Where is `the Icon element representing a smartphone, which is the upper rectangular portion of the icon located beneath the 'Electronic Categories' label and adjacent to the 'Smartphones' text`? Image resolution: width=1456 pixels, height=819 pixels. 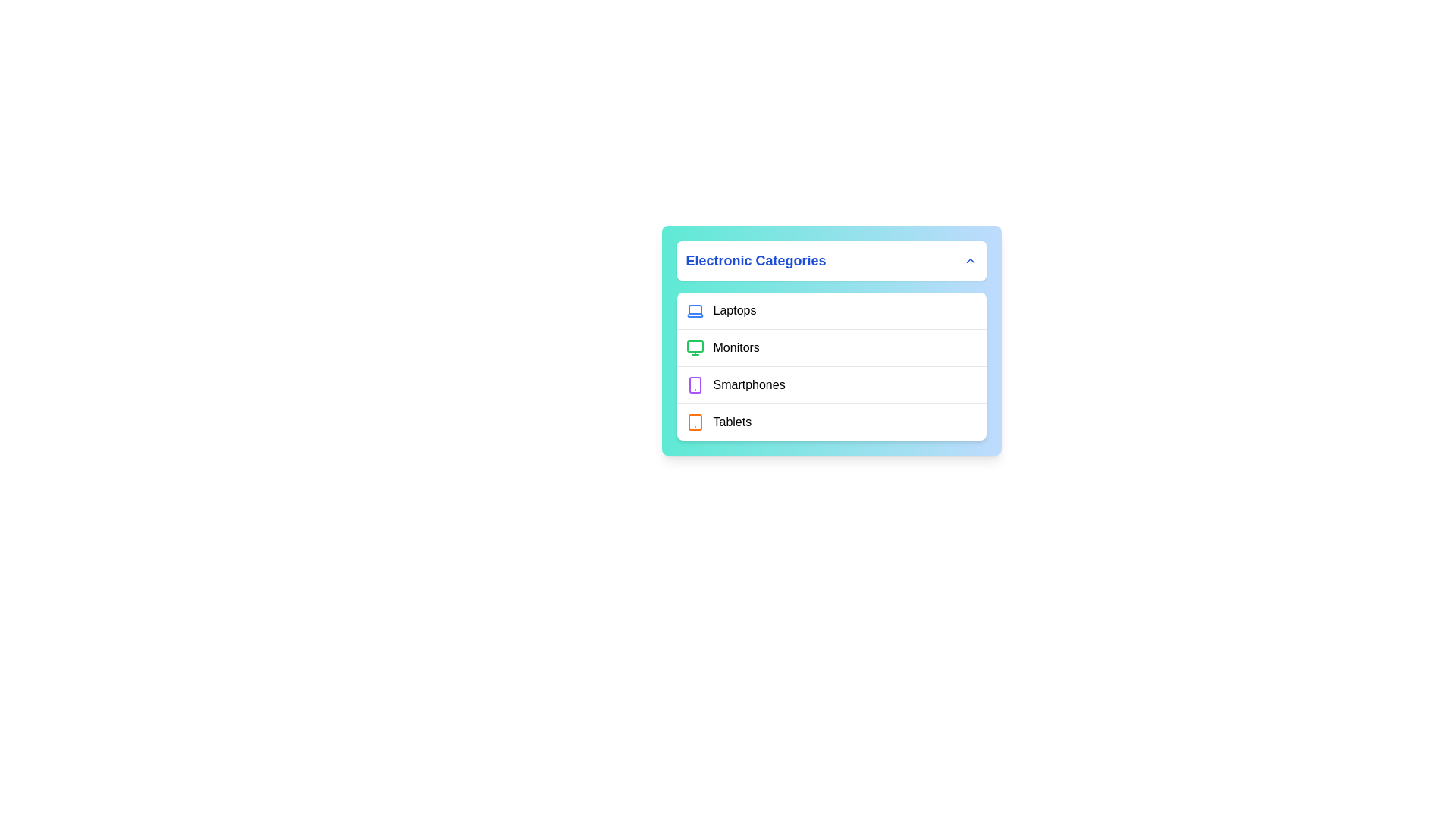 the Icon element representing a smartphone, which is the upper rectangular portion of the icon located beneath the 'Electronic Categories' label and adjacent to the 'Smartphones' text is located at coordinates (694, 384).